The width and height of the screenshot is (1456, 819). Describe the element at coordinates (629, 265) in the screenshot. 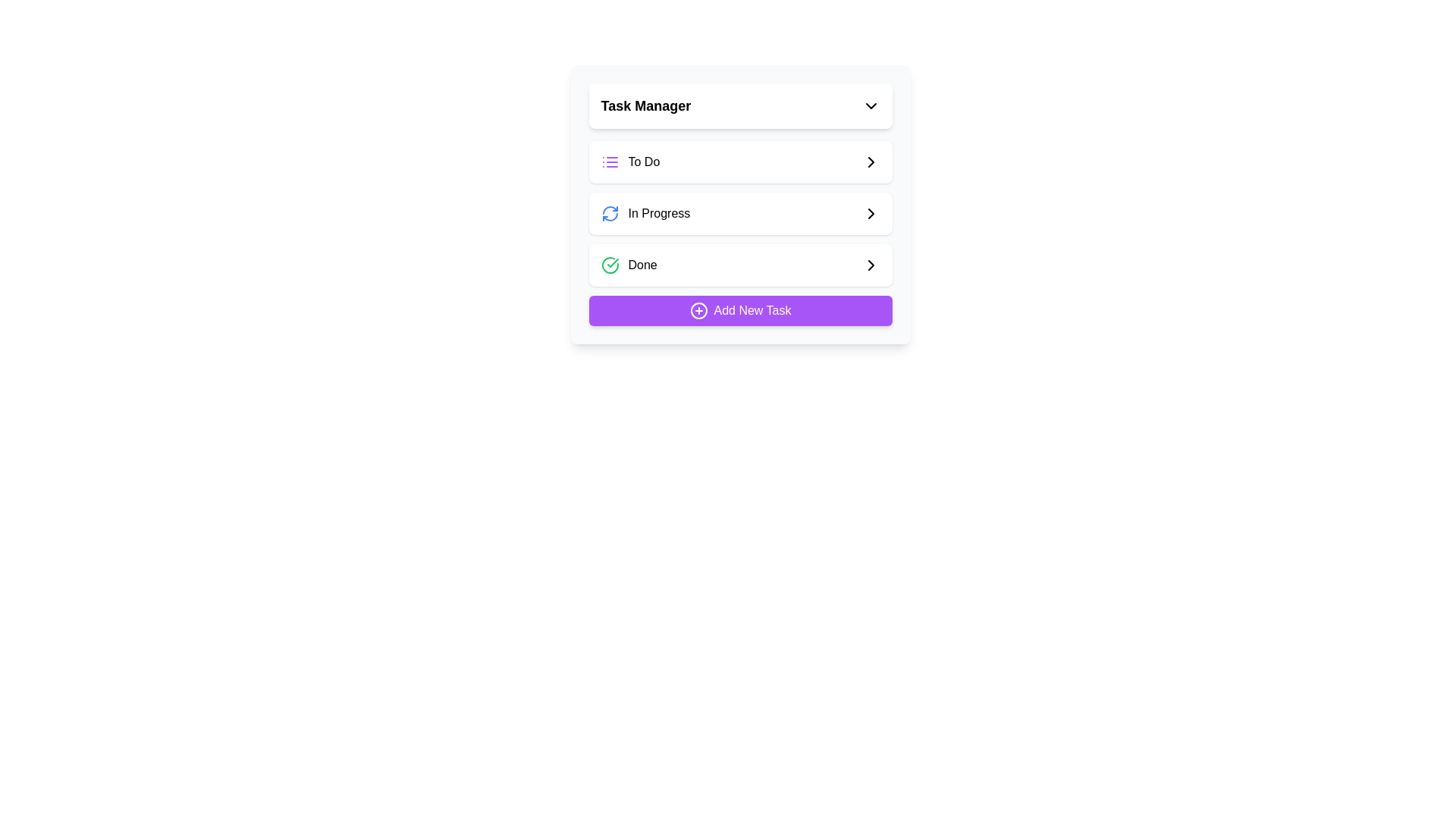

I see `the third selectable list item labeled 'Done' in the task categories under the 'Task Manager' header` at that location.